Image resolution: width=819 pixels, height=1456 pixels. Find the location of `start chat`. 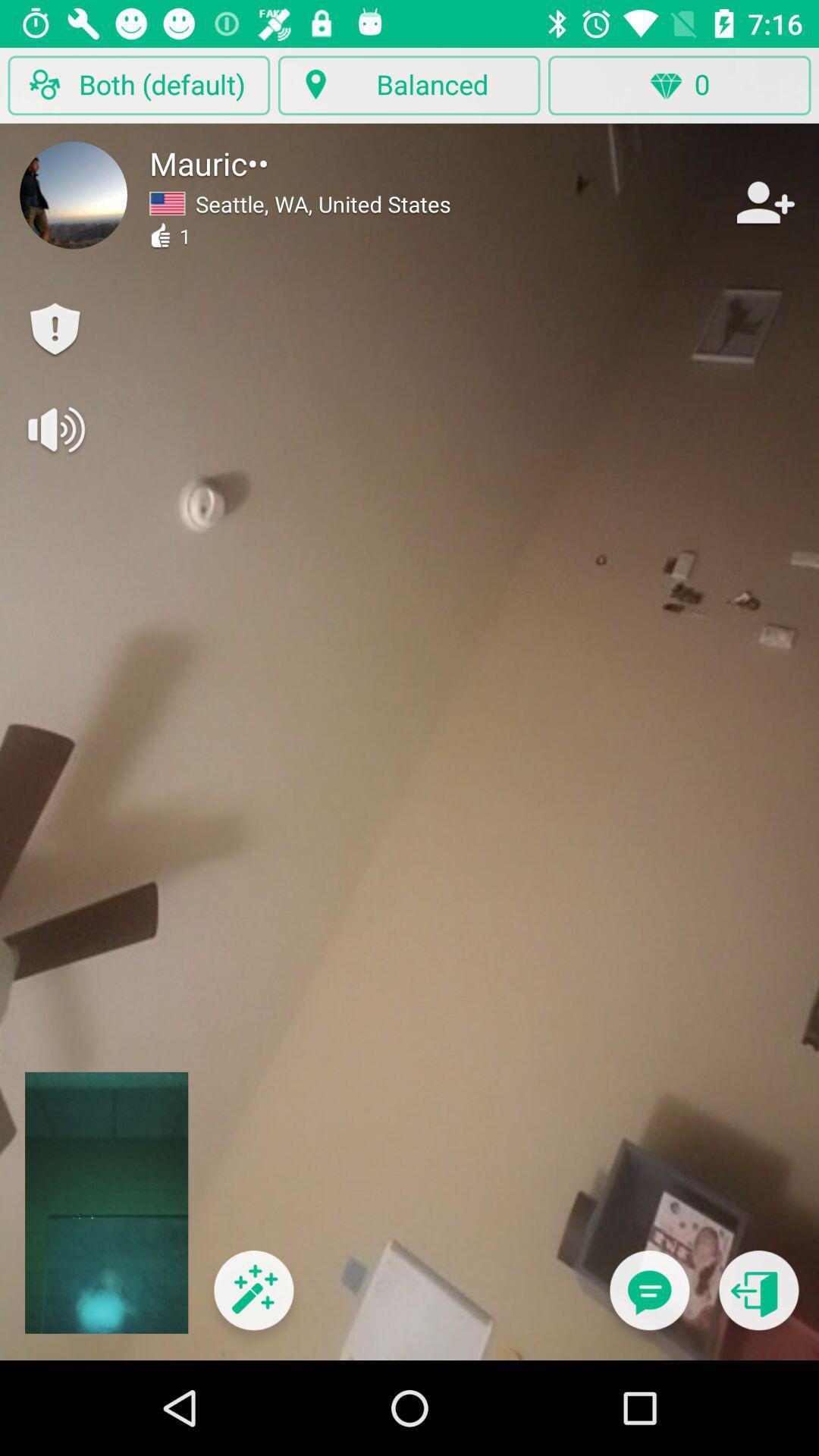

start chat is located at coordinates (648, 1299).